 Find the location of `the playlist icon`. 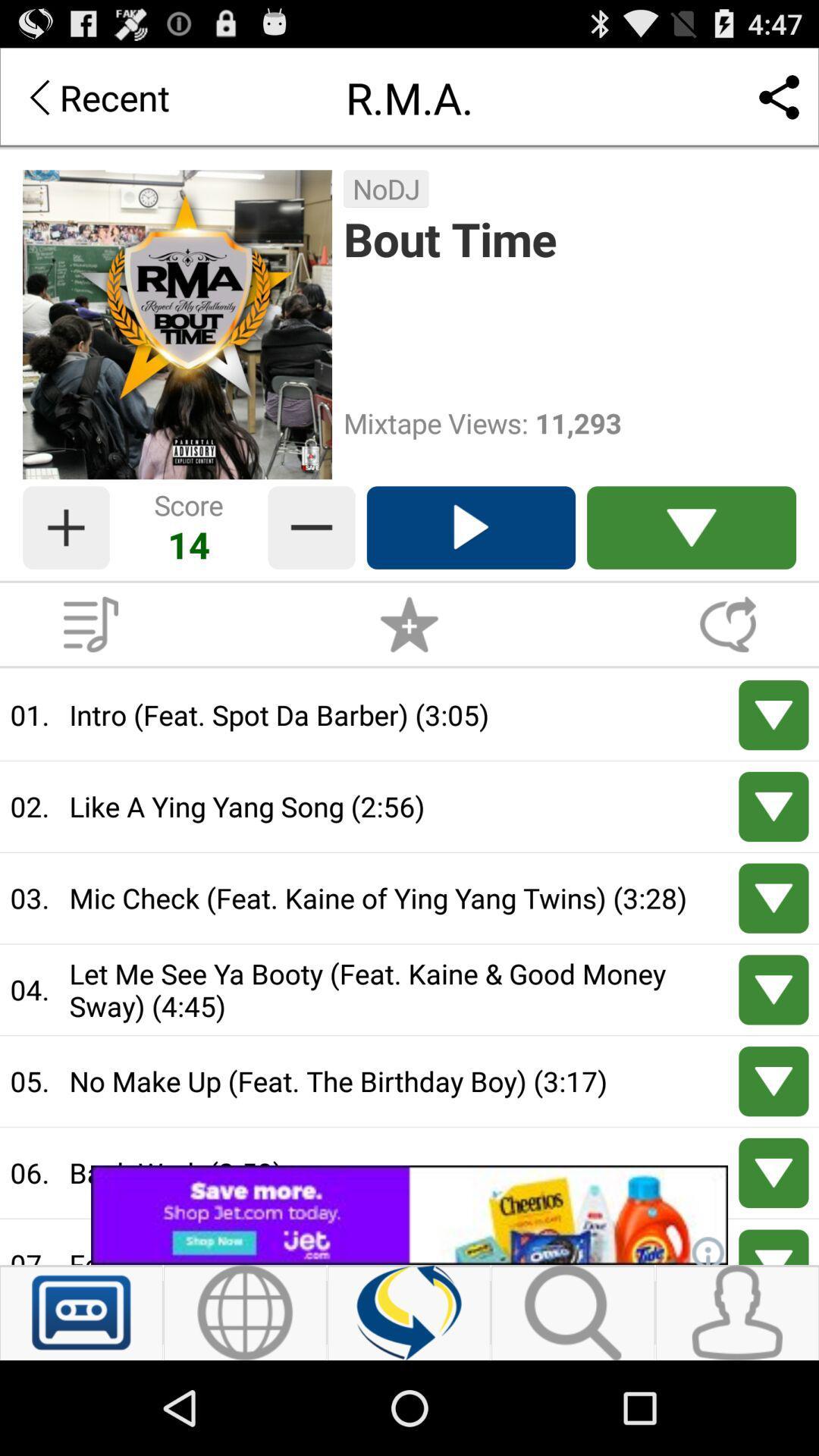

the playlist icon is located at coordinates (90, 667).